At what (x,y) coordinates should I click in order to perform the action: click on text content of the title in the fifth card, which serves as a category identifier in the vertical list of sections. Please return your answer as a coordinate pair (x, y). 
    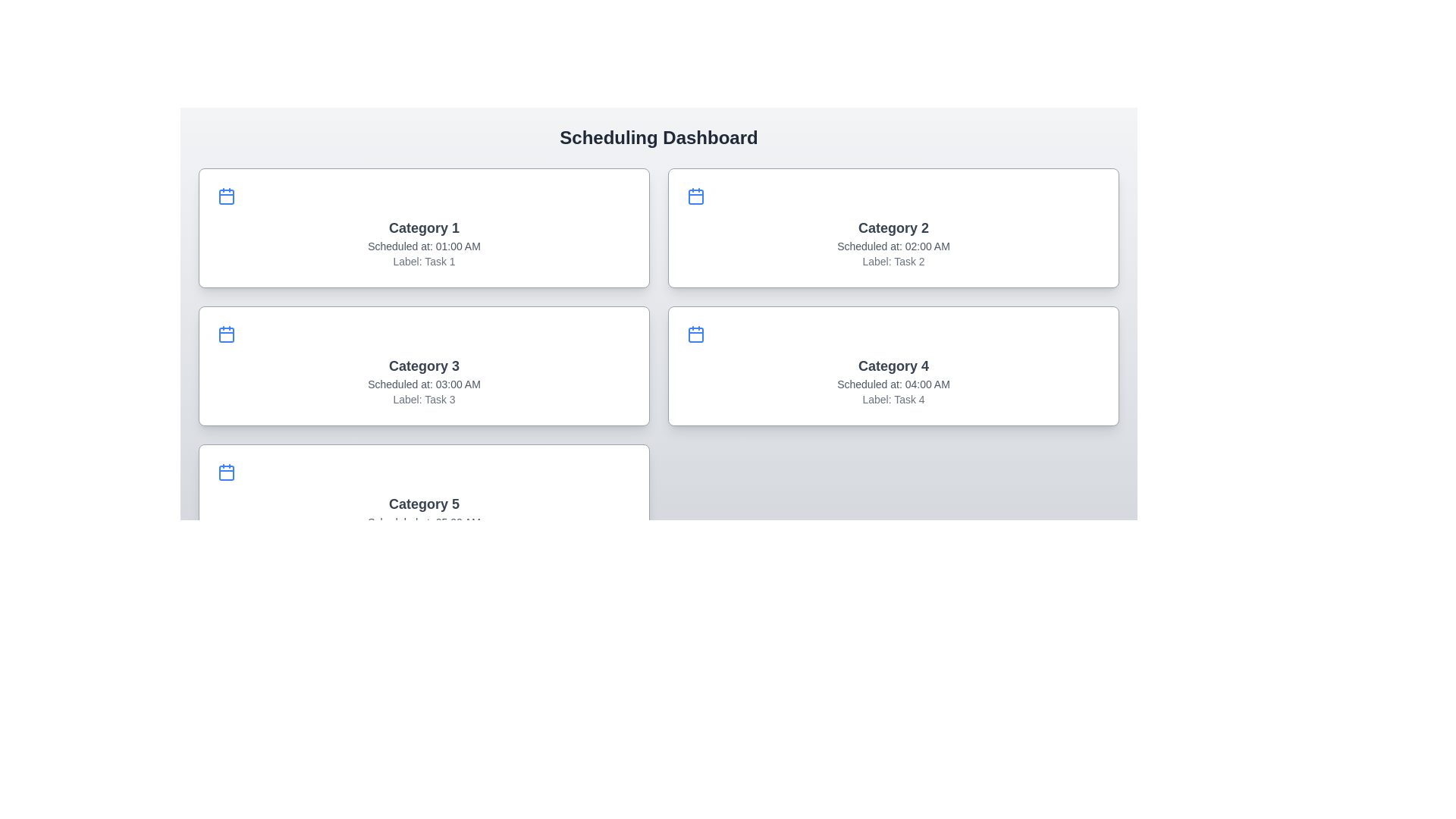
    Looking at the image, I should click on (424, 504).